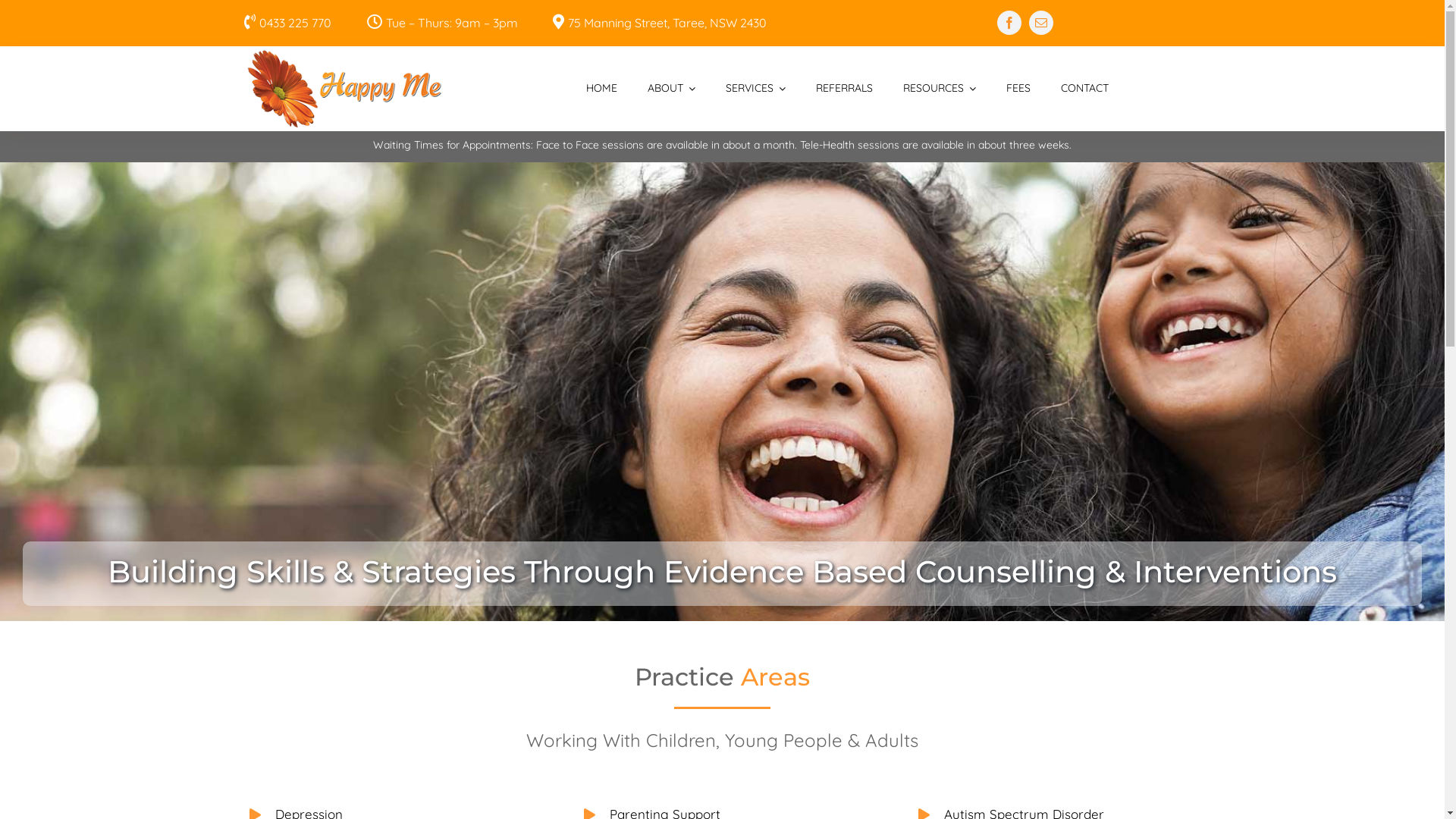 The width and height of the screenshot is (1456, 819). What do you see at coordinates (843, 88) in the screenshot?
I see `'REFERRALS'` at bounding box center [843, 88].